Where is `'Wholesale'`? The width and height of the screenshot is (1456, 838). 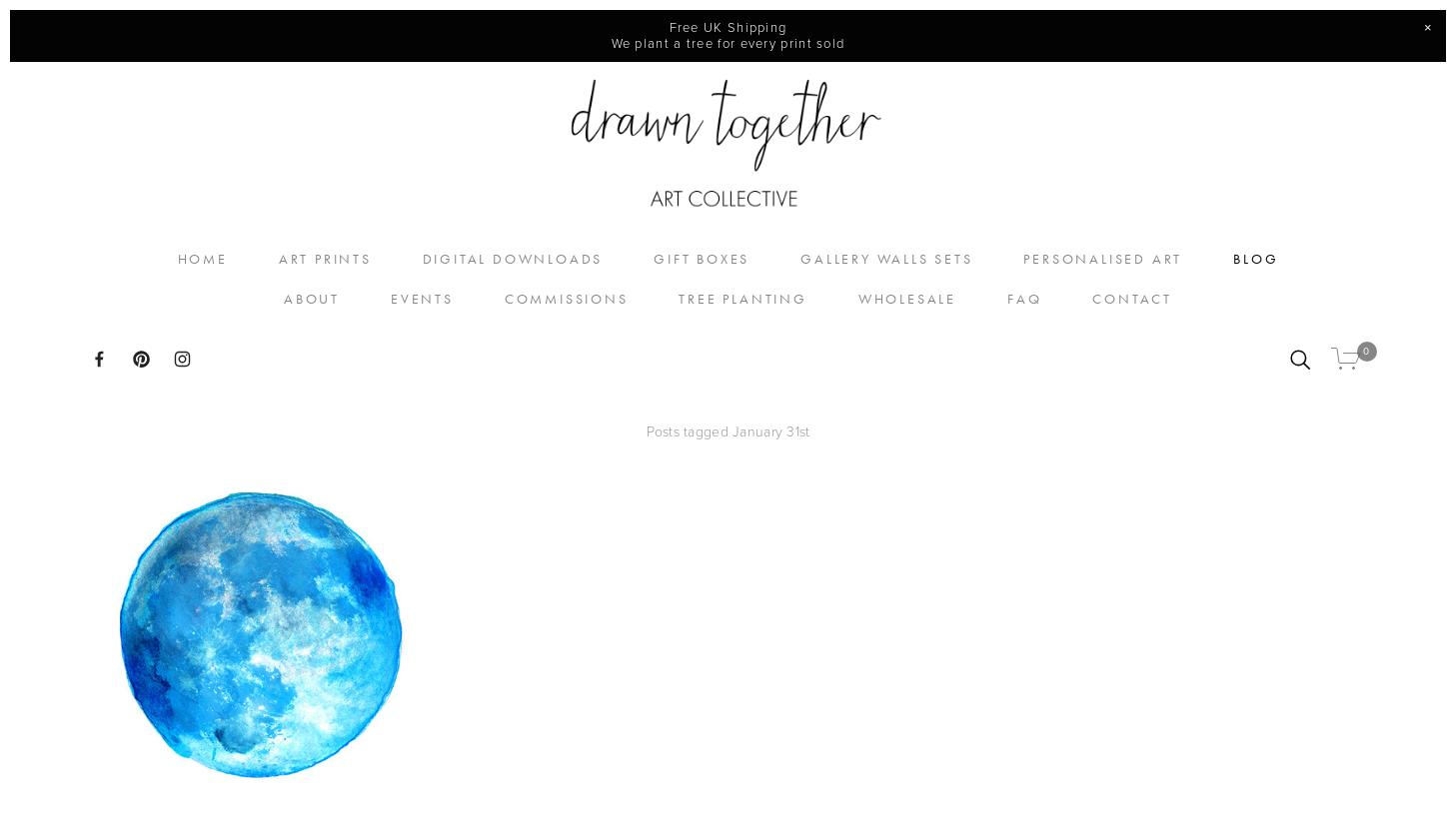
'Wholesale' is located at coordinates (906, 299).